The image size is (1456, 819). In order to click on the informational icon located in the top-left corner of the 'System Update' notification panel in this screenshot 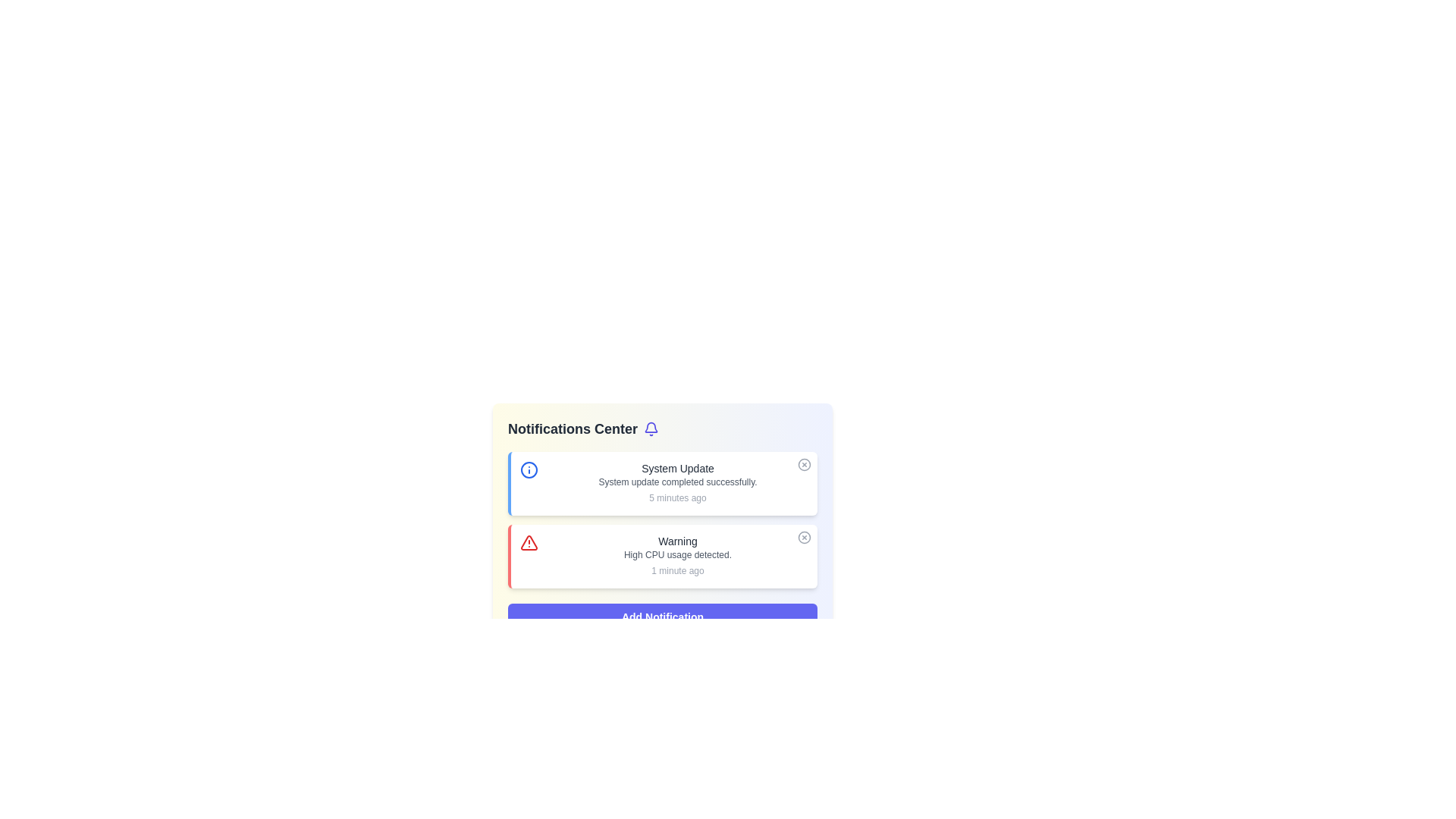, I will do `click(529, 469)`.